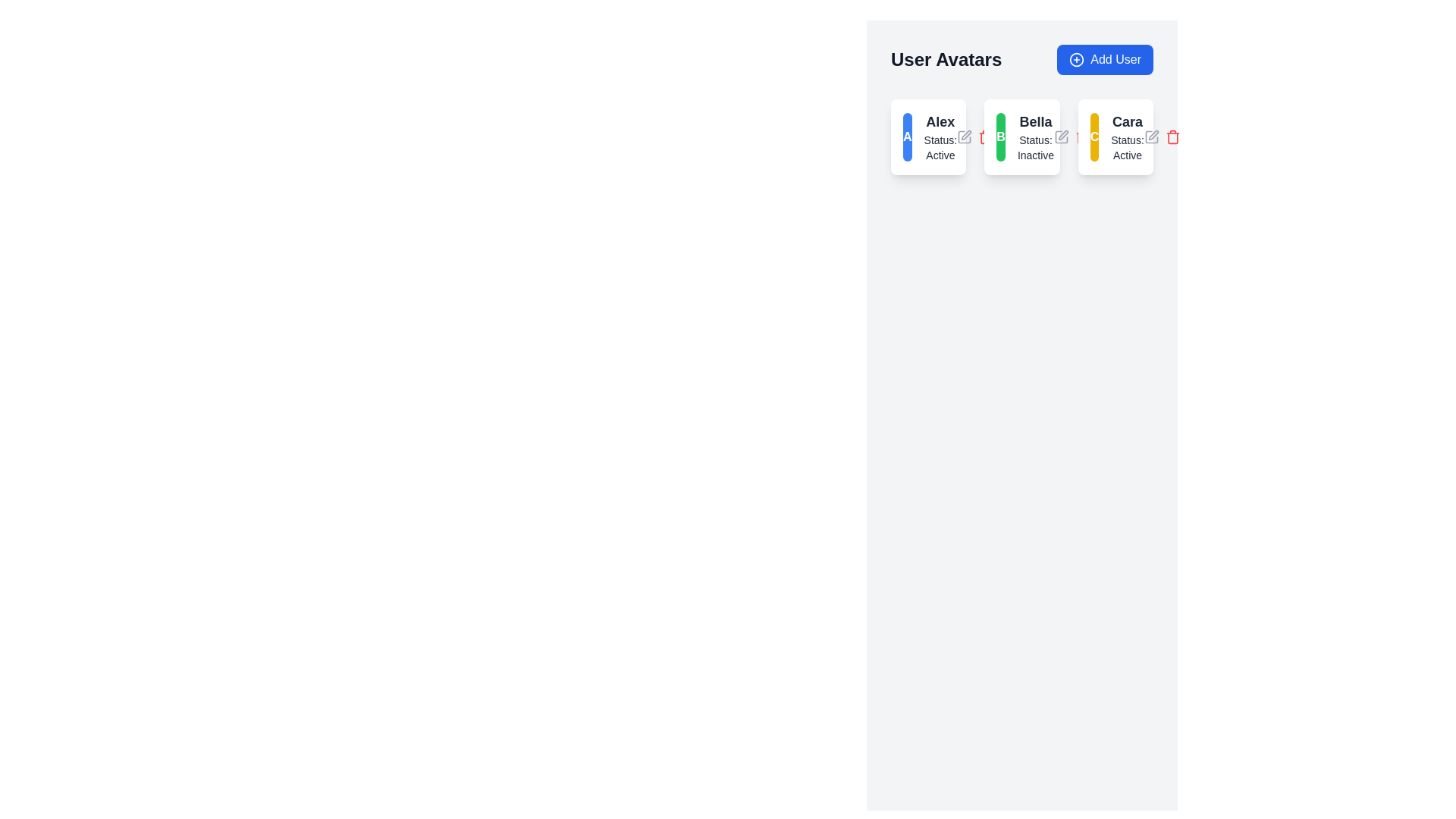 The image size is (1456, 819). Describe the element at coordinates (1061, 137) in the screenshot. I see `the Edit icon located in the top-right corner of Bella's user card to initiate the editing operation` at that location.